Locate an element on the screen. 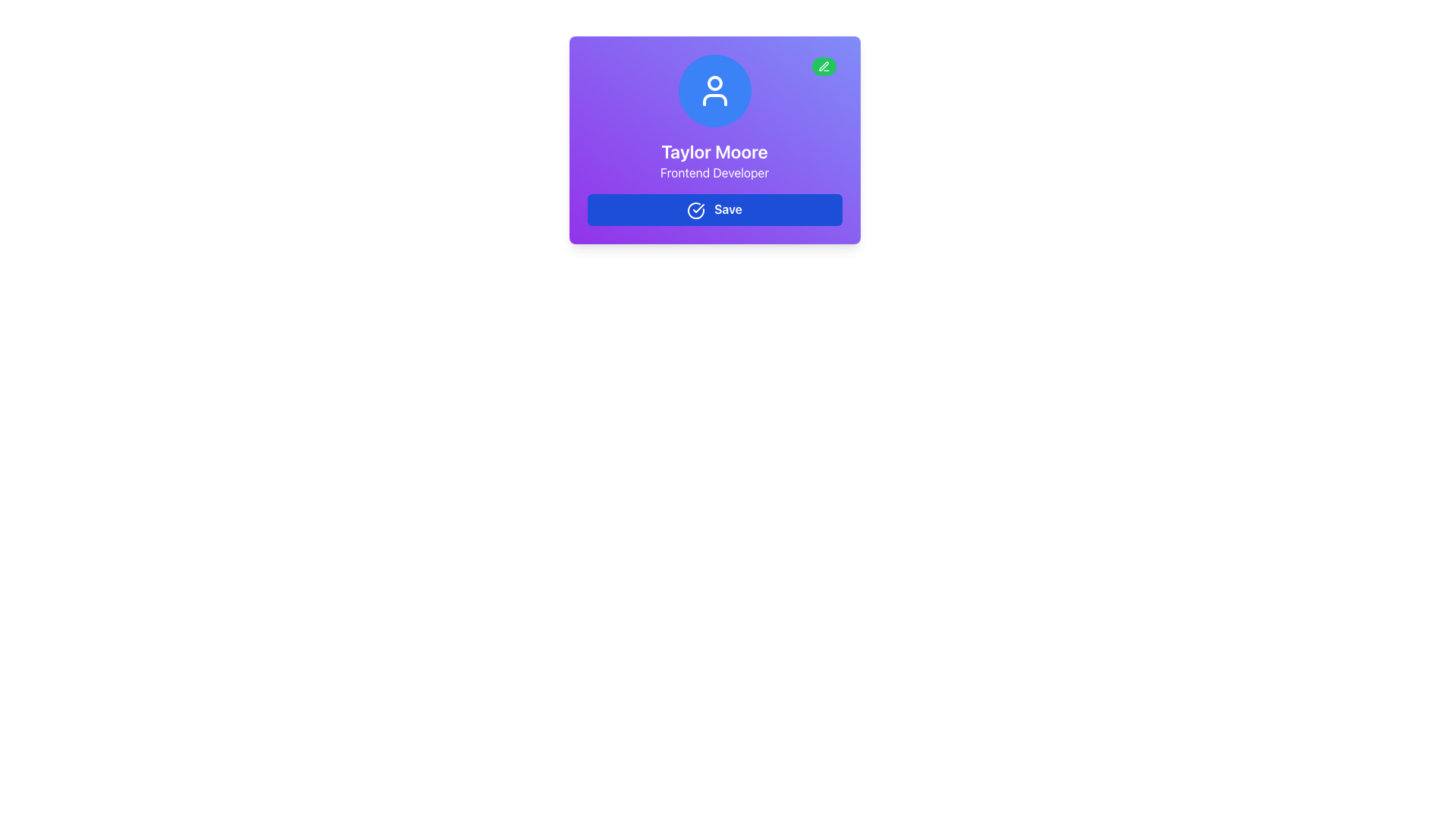 Image resolution: width=1456 pixels, height=819 pixels. the blue circular graphic component located at the top center of the user profile card interface, which serves as part of a user avatar representation is located at coordinates (714, 83).